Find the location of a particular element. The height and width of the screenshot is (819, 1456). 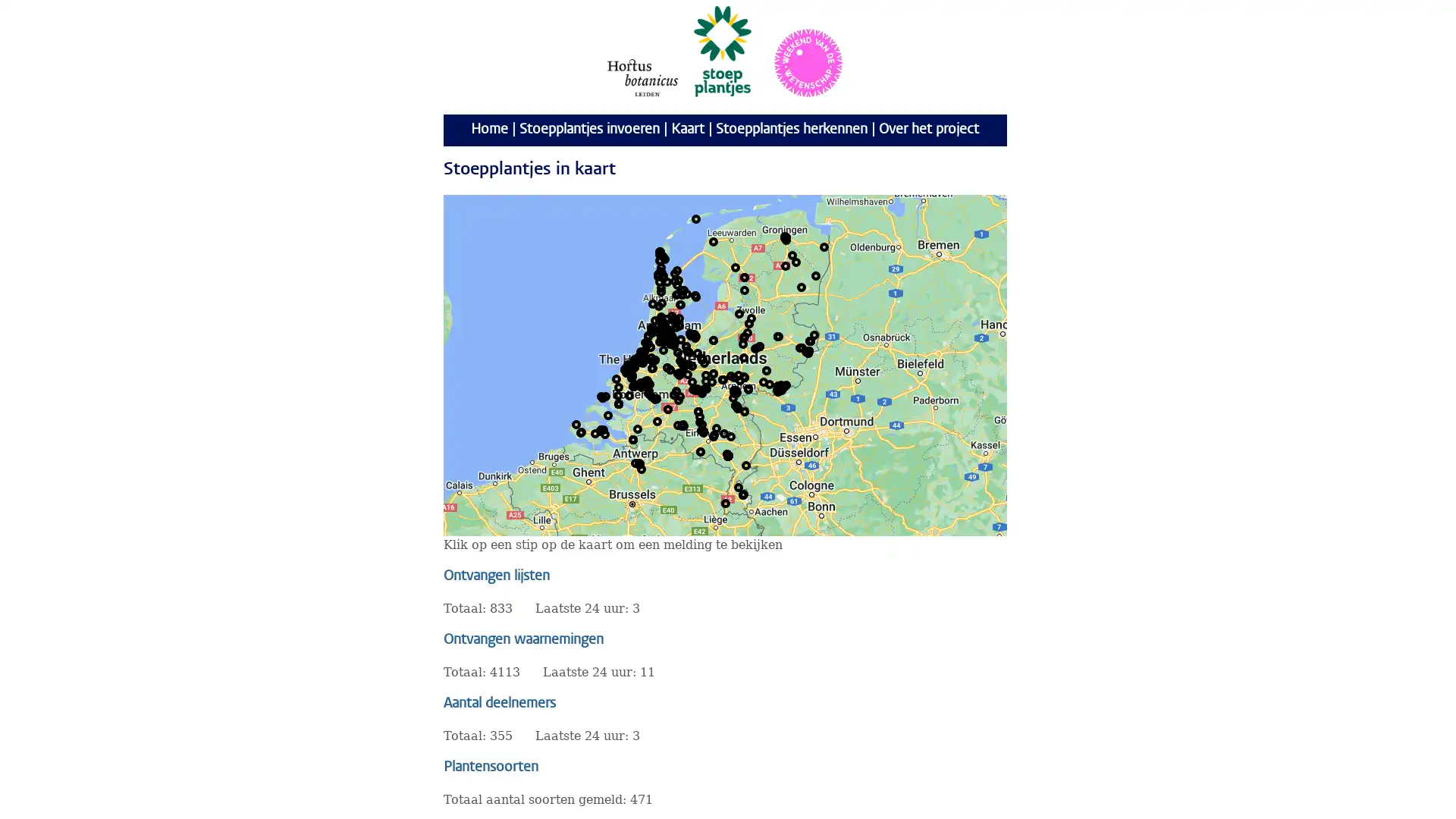

Telling van op 09 mei 2022 is located at coordinates (781, 383).